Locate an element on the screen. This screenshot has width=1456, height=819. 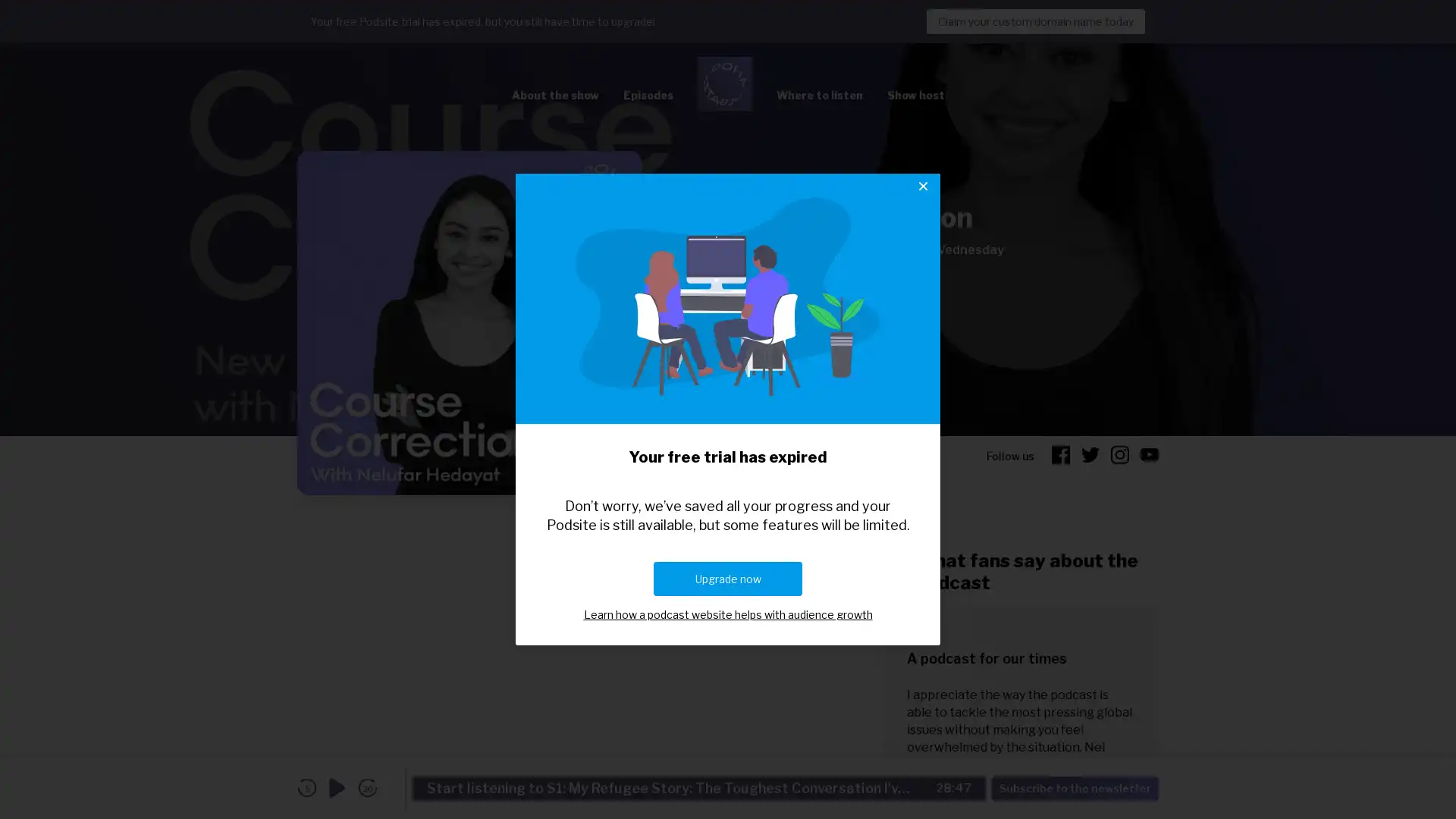
skip forward 30 seconds is located at coordinates (367, 787).